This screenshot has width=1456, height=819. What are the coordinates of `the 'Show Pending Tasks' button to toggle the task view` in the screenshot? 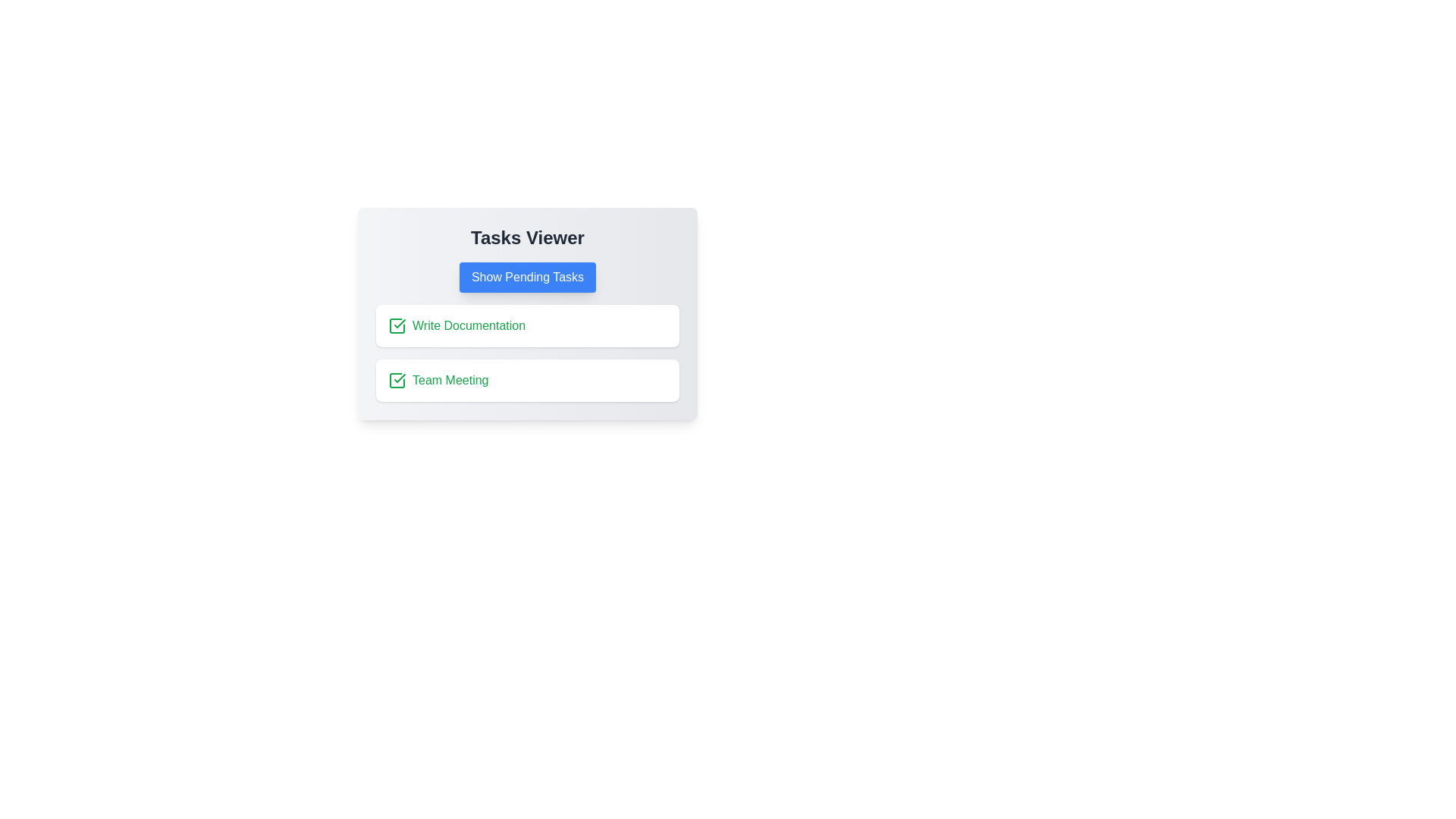 It's located at (528, 278).